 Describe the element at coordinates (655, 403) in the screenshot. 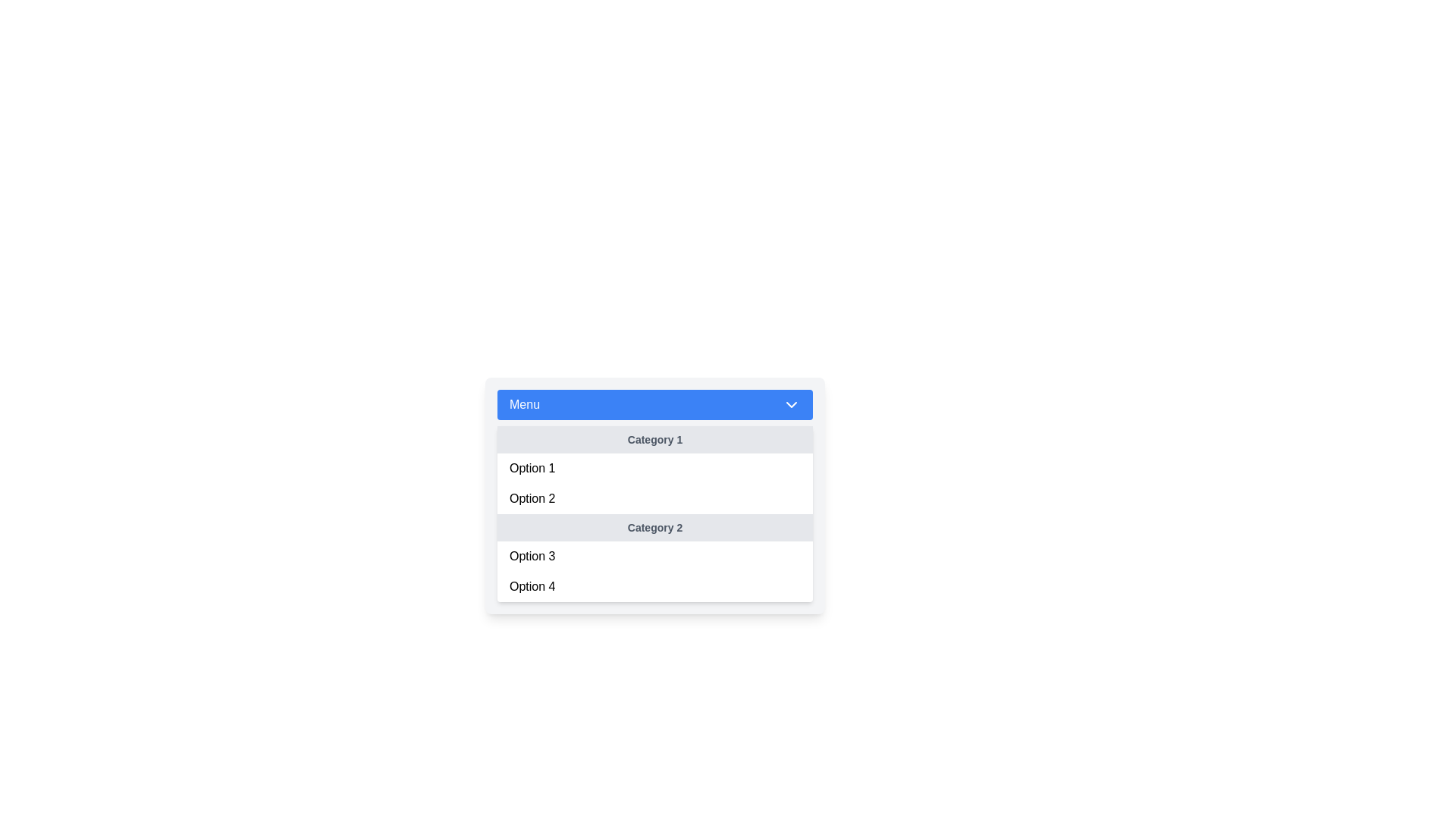

I see `the dropdown menu trigger button located at the top of the box displaying categorized options` at that location.